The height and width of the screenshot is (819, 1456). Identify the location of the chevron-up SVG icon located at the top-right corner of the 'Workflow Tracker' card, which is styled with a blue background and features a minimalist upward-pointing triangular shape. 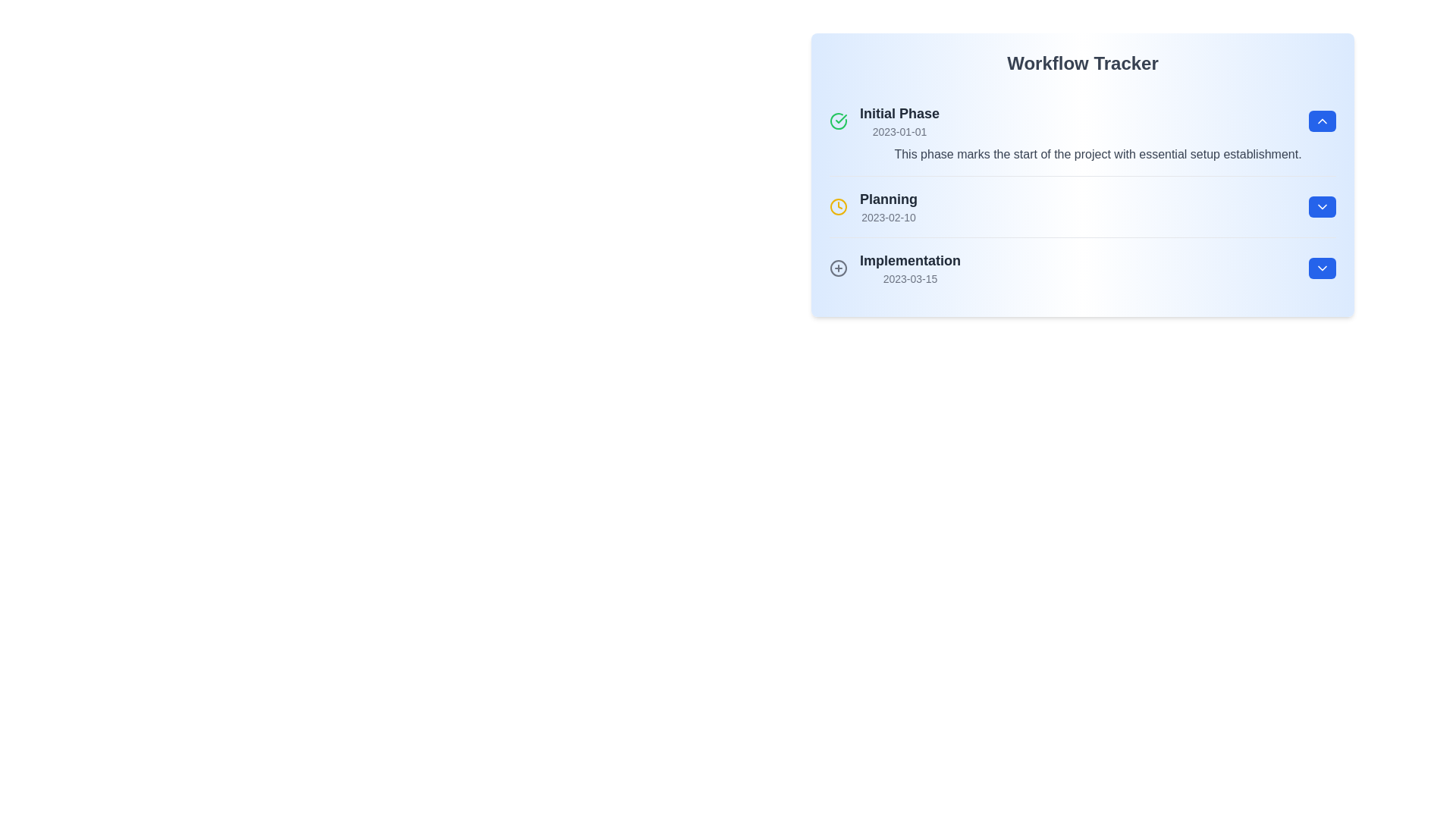
(1321, 120).